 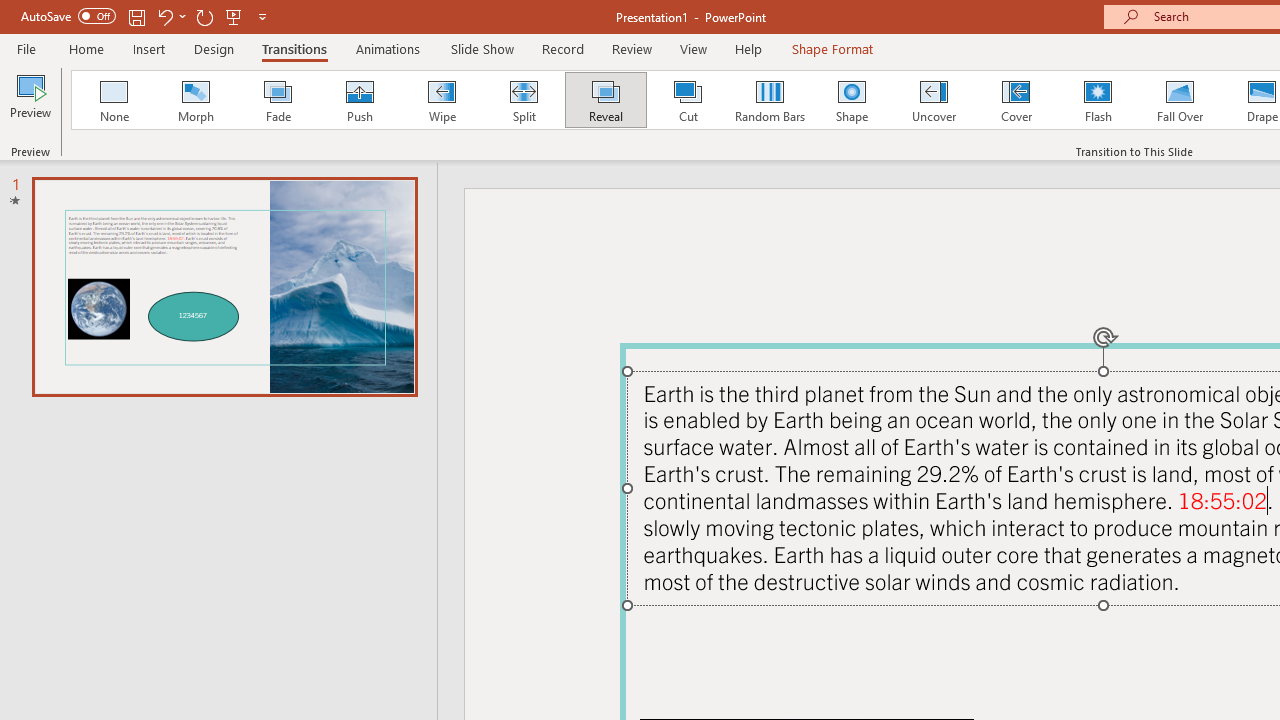 What do you see at coordinates (1016, 100) in the screenshot?
I see `'Cover'` at bounding box center [1016, 100].